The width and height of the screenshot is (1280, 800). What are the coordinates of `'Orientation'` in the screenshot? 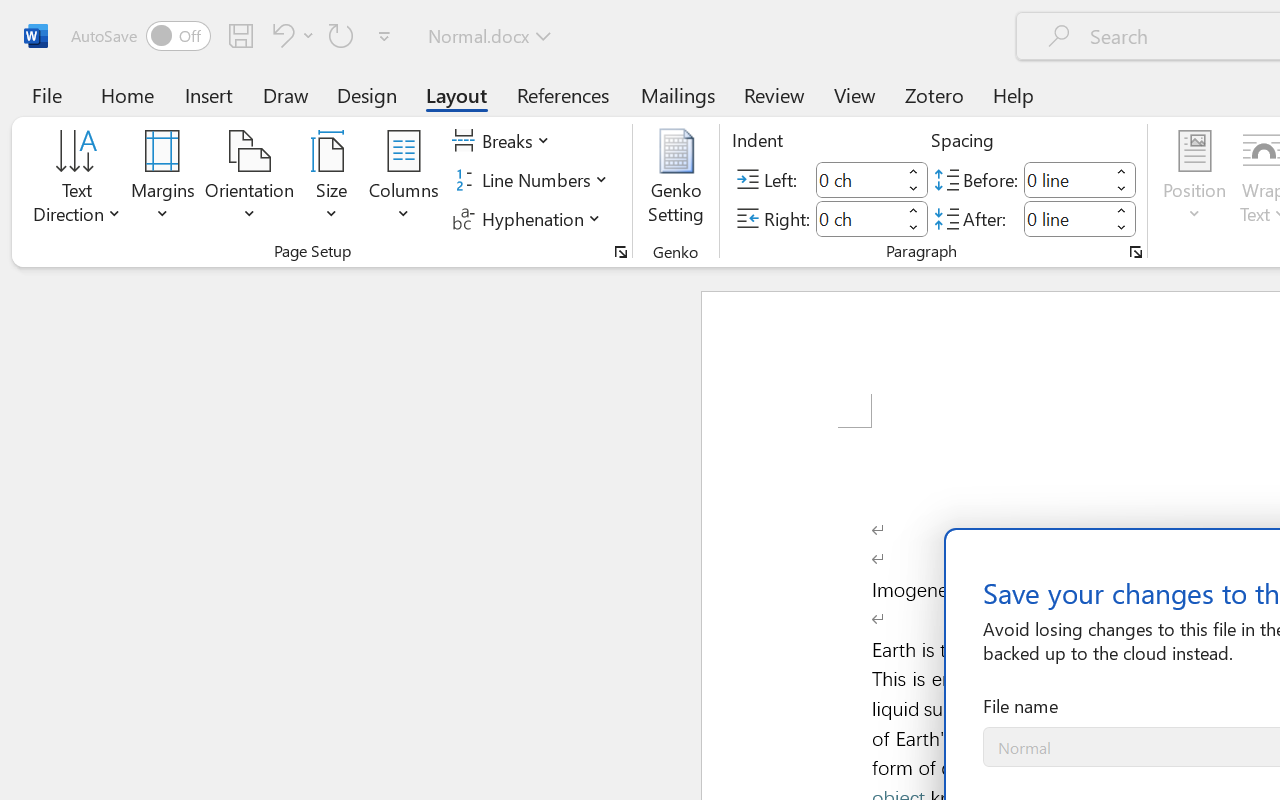 It's located at (249, 179).